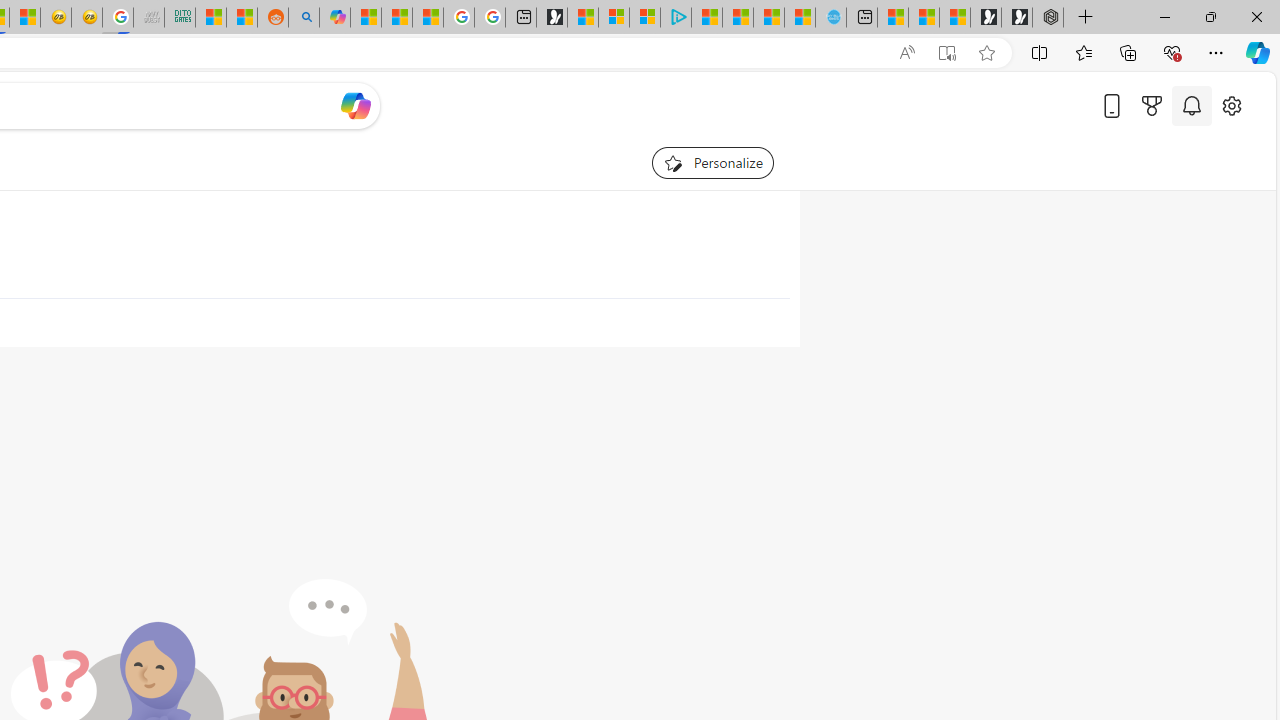  What do you see at coordinates (1171, 51) in the screenshot?
I see `'Browser essentials'` at bounding box center [1171, 51].